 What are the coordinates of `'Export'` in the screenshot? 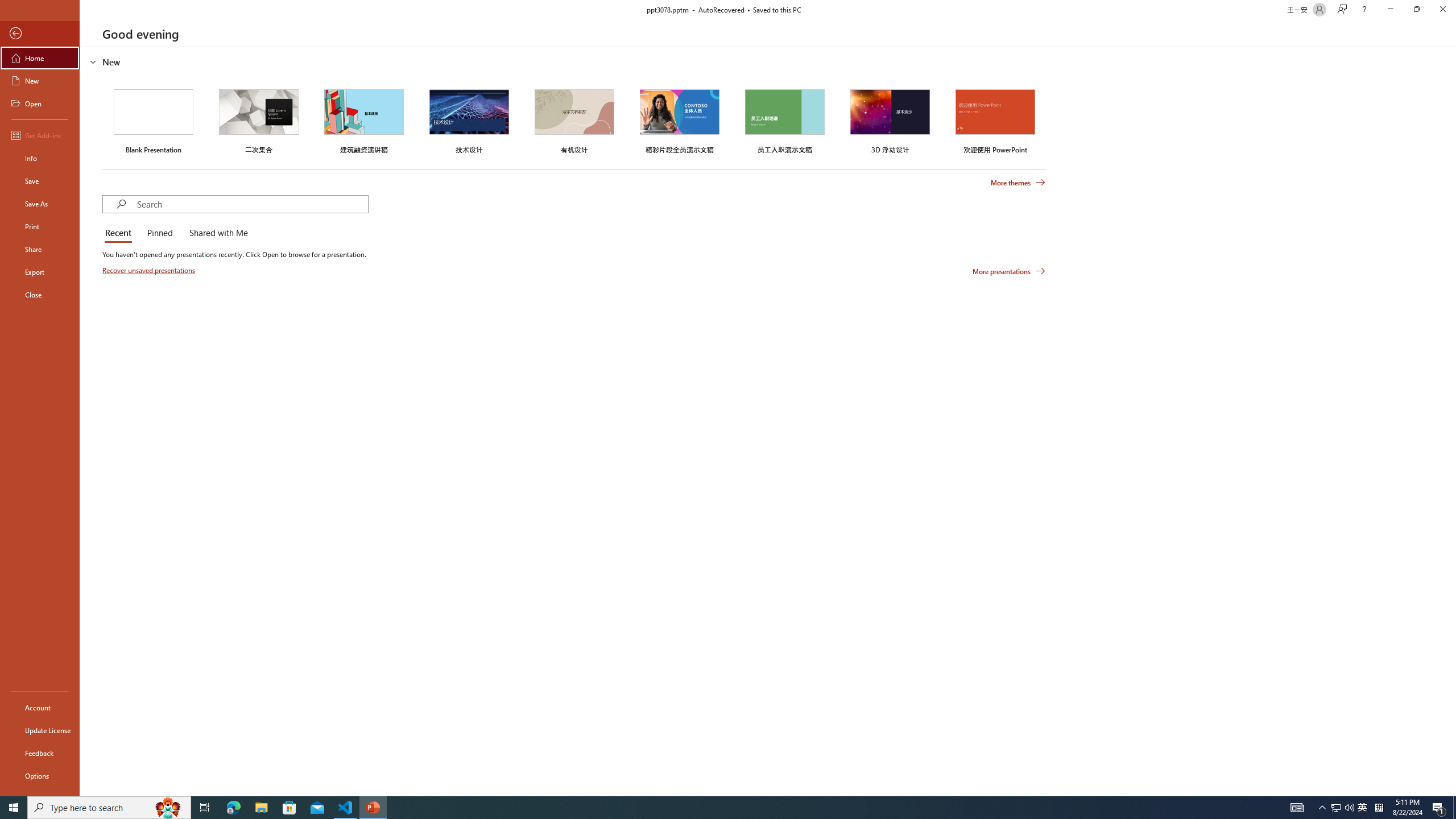 It's located at (39, 272).